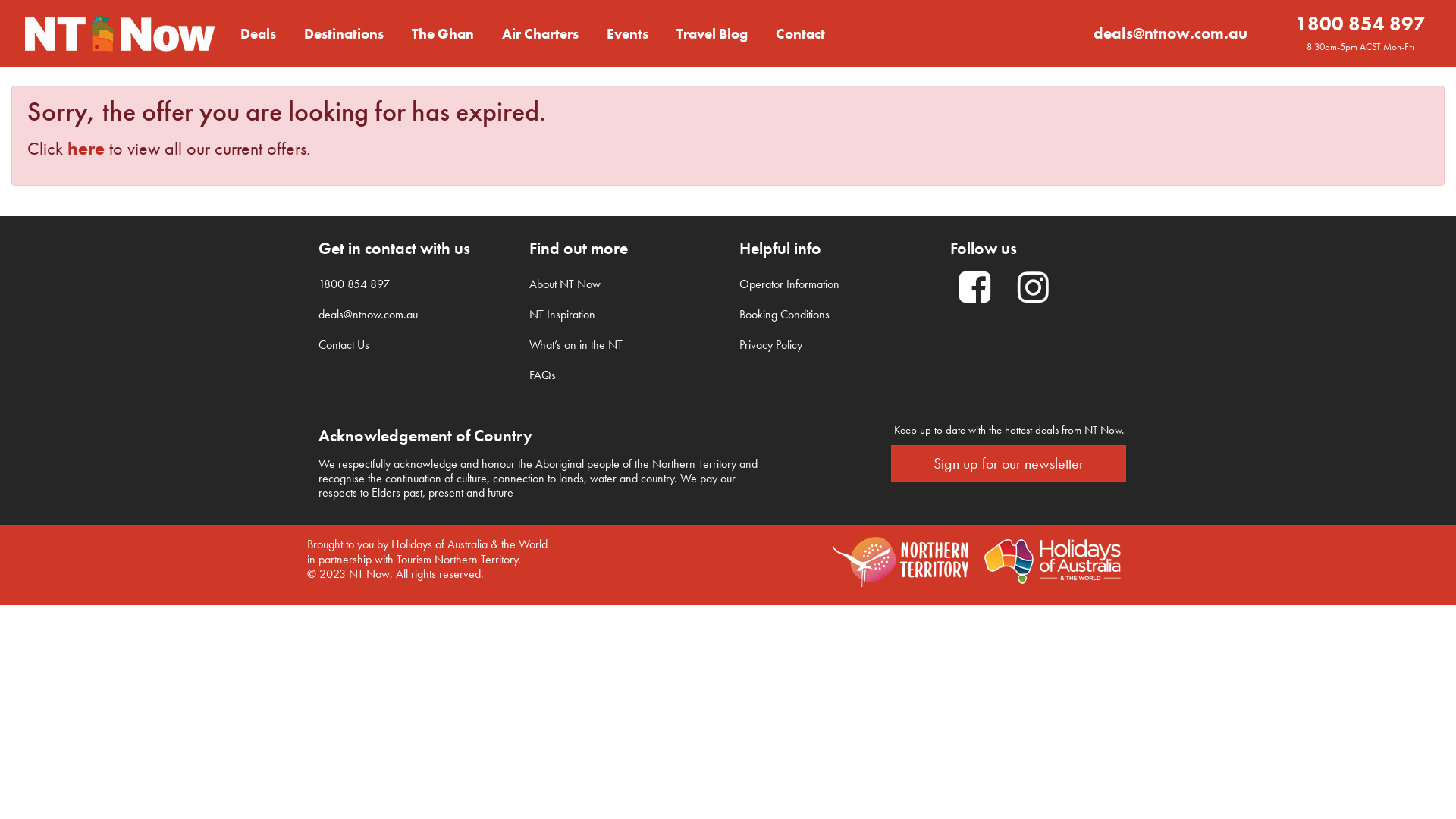  I want to click on 'NT Inspiration', so click(561, 313).